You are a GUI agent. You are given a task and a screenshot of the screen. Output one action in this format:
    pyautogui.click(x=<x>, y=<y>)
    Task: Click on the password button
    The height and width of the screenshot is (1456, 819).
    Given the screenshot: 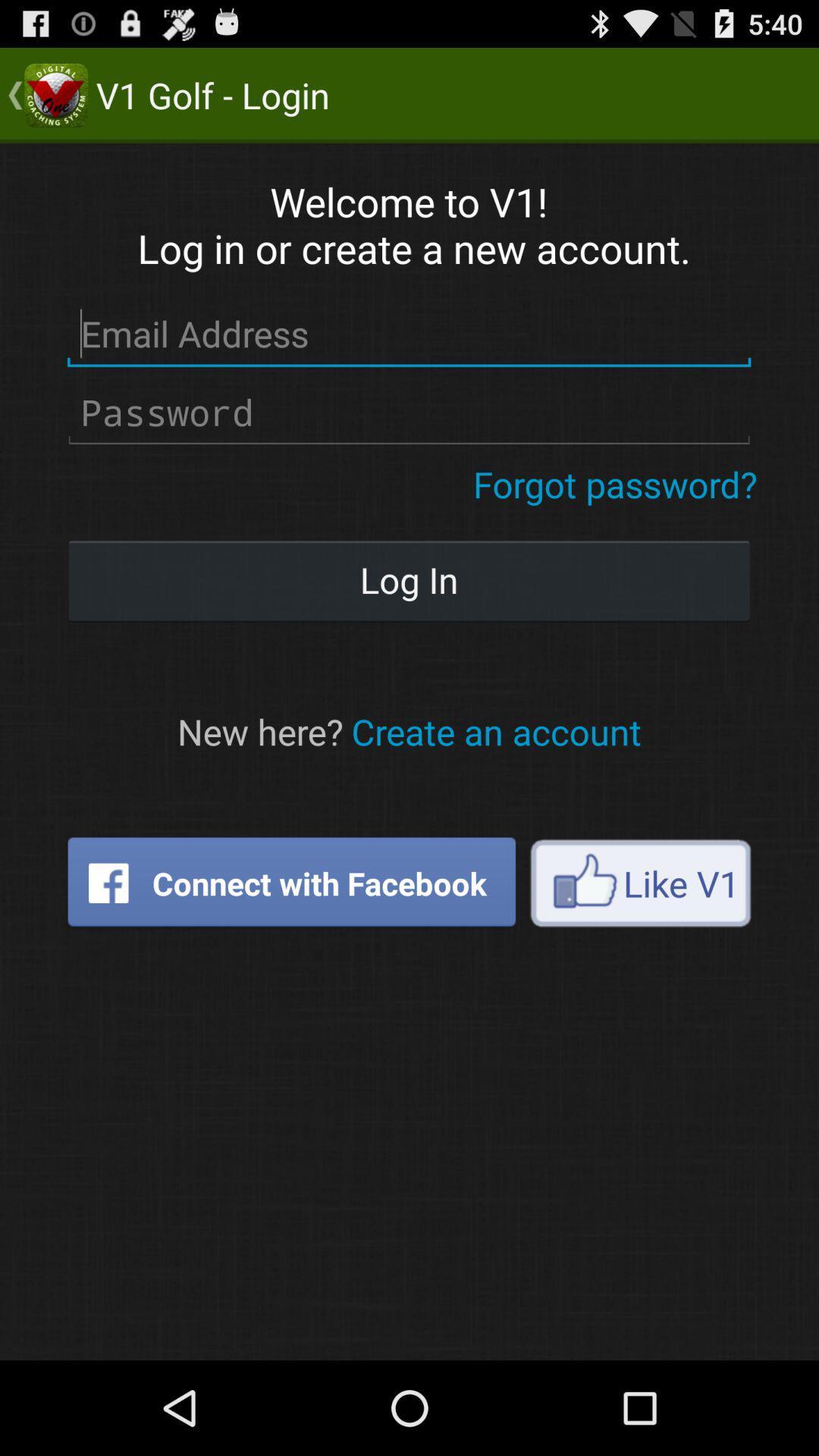 What is the action you would take?
    pyautogui.click(x=408, y=413)
    